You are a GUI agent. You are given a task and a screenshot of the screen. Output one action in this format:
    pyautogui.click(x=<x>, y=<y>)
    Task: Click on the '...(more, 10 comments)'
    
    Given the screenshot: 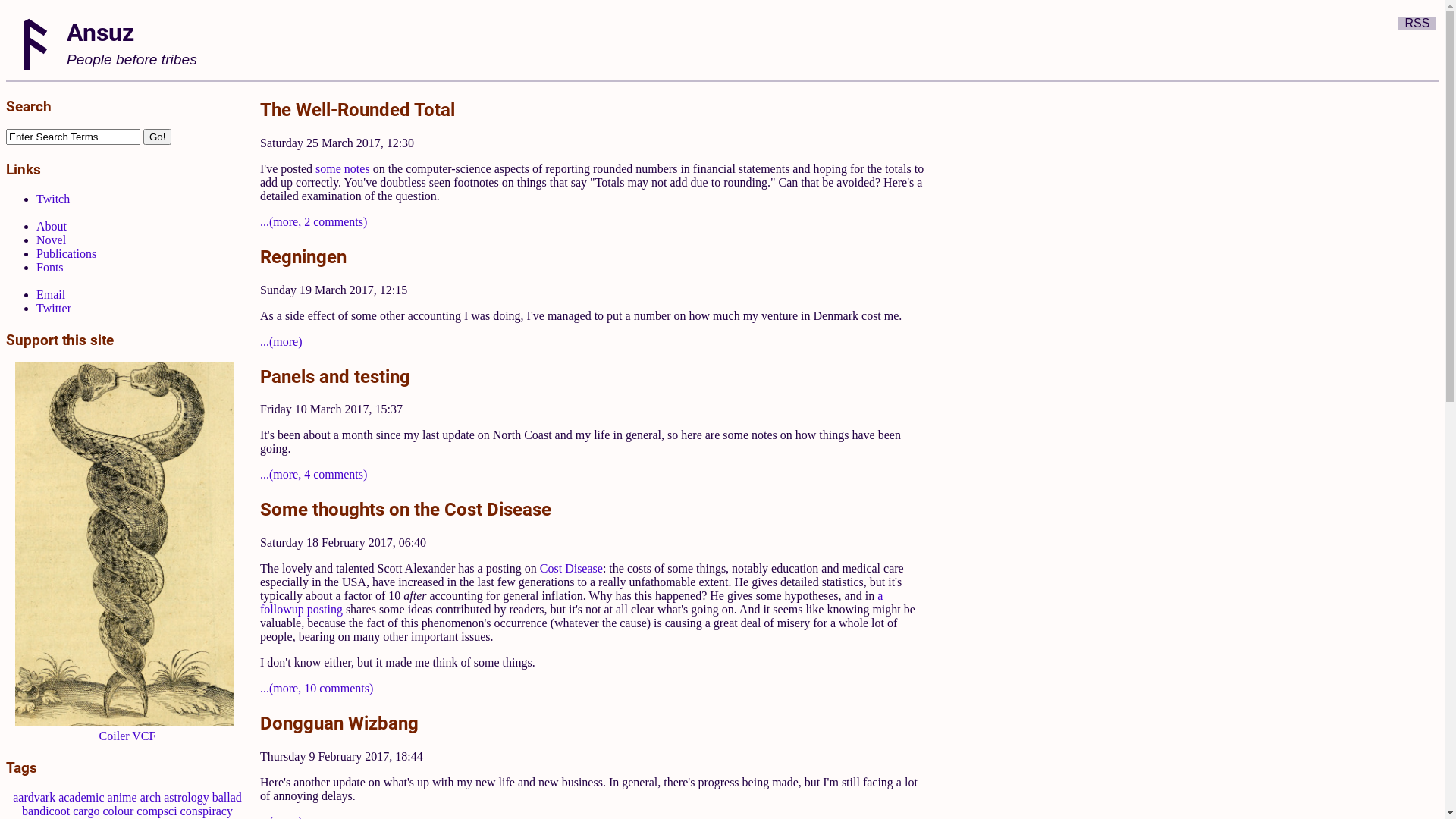 What is the action you would take?
    pyautogui.click(x=315, y=688)
    